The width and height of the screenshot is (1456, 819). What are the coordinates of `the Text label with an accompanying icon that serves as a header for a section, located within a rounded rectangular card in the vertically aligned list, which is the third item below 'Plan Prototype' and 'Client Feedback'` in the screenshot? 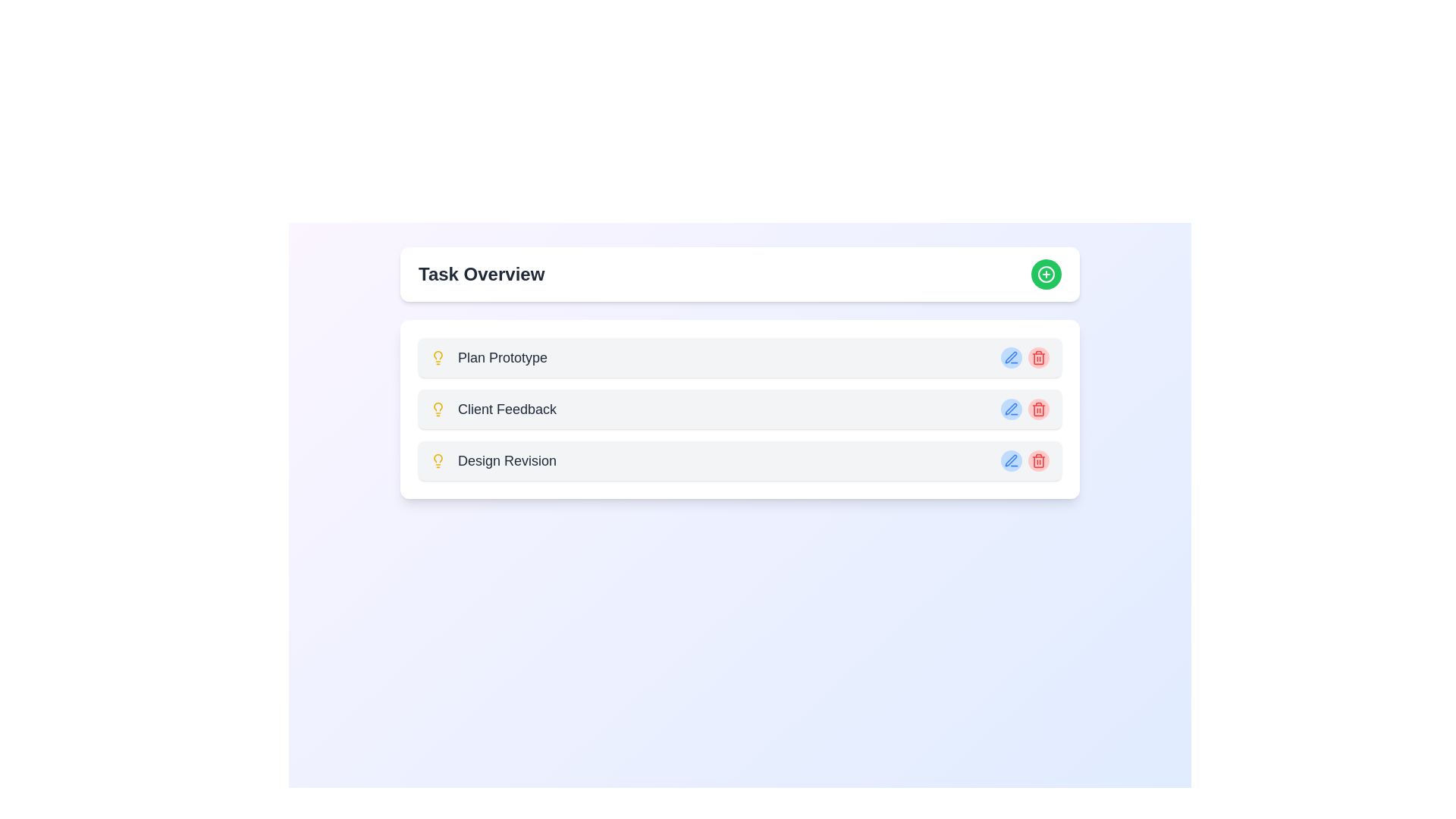 It's located at (494, 460).